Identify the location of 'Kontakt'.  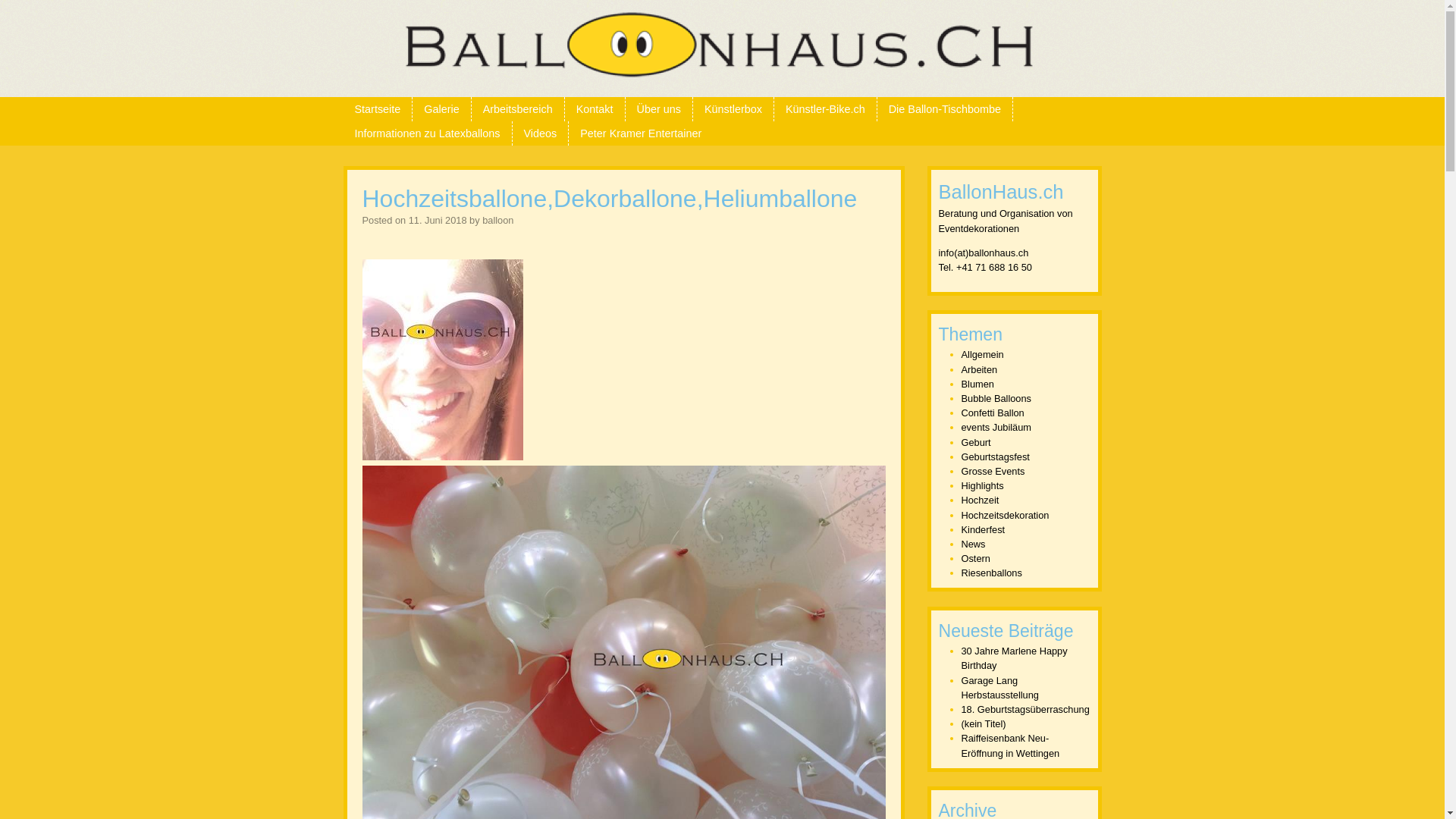
(563, 108).